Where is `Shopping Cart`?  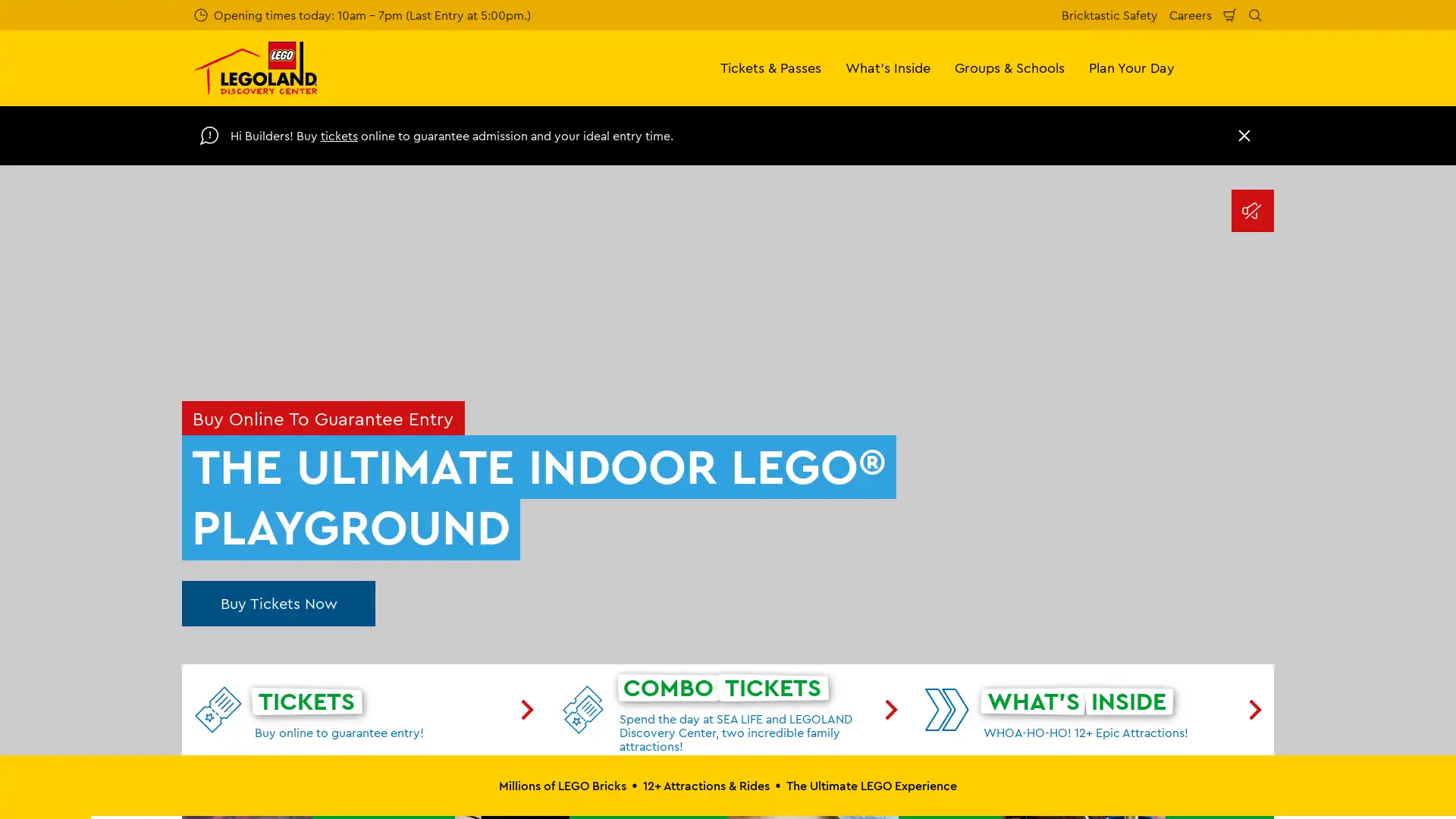
Shopping Cart is located at coordinates (1230, 14).